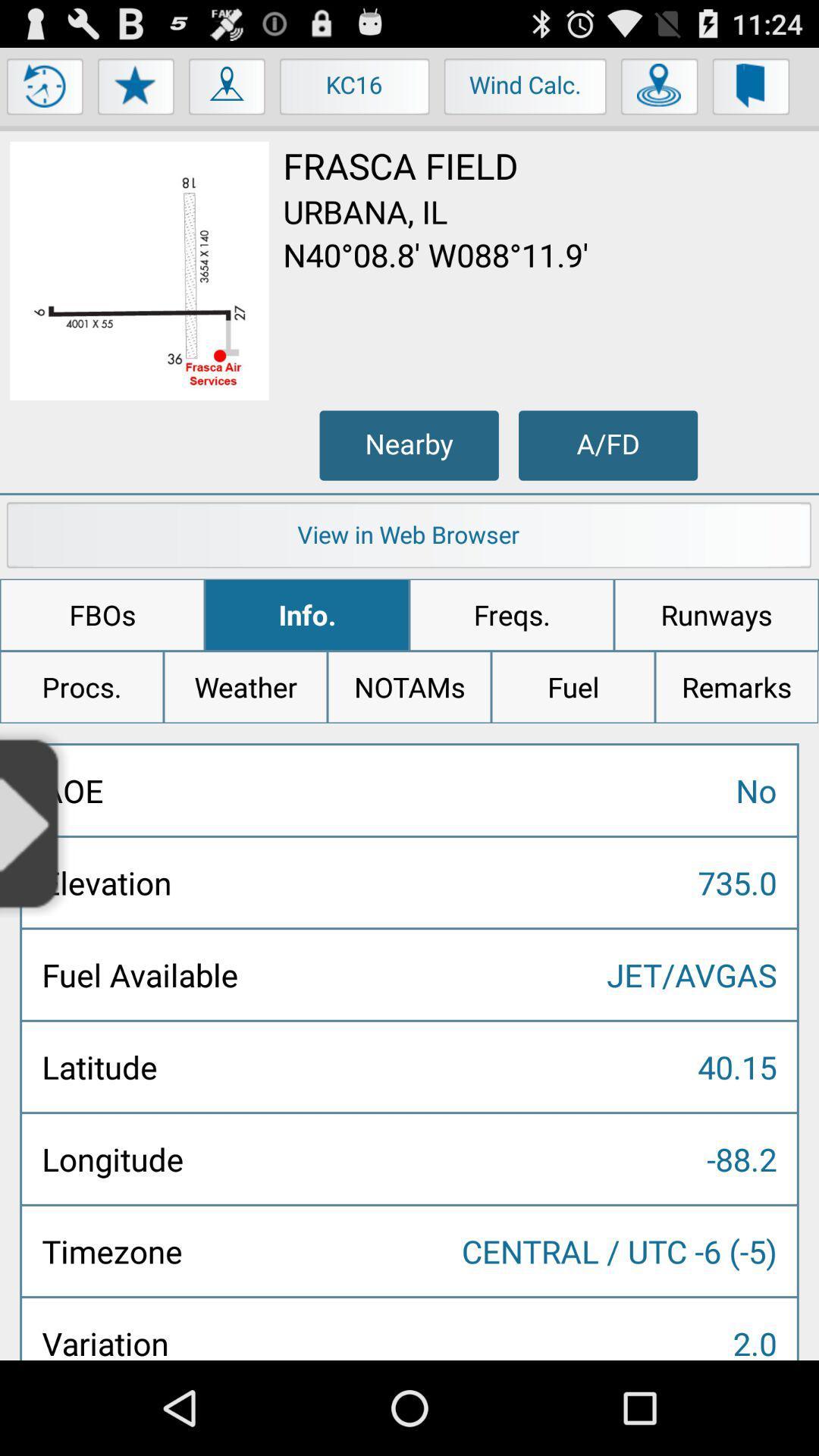 This screenshot has width=819, height=1456. Describe the element at coordinates (140, 271) in the screenshot. I see `icon to the left of frasca field` at that location.